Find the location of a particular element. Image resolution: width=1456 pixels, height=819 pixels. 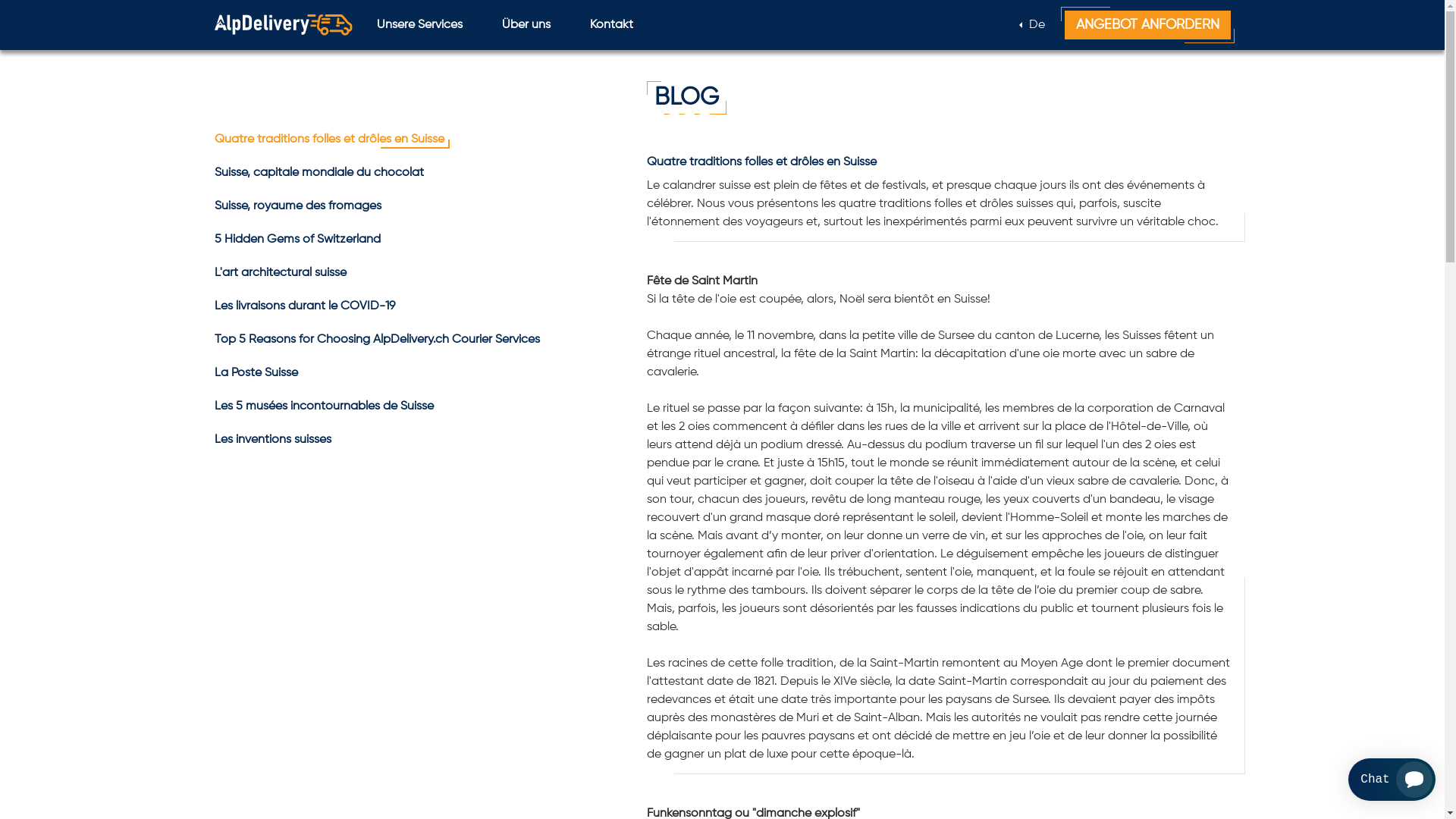

'Les inventions suisses' is located at coordinates (272, 439).